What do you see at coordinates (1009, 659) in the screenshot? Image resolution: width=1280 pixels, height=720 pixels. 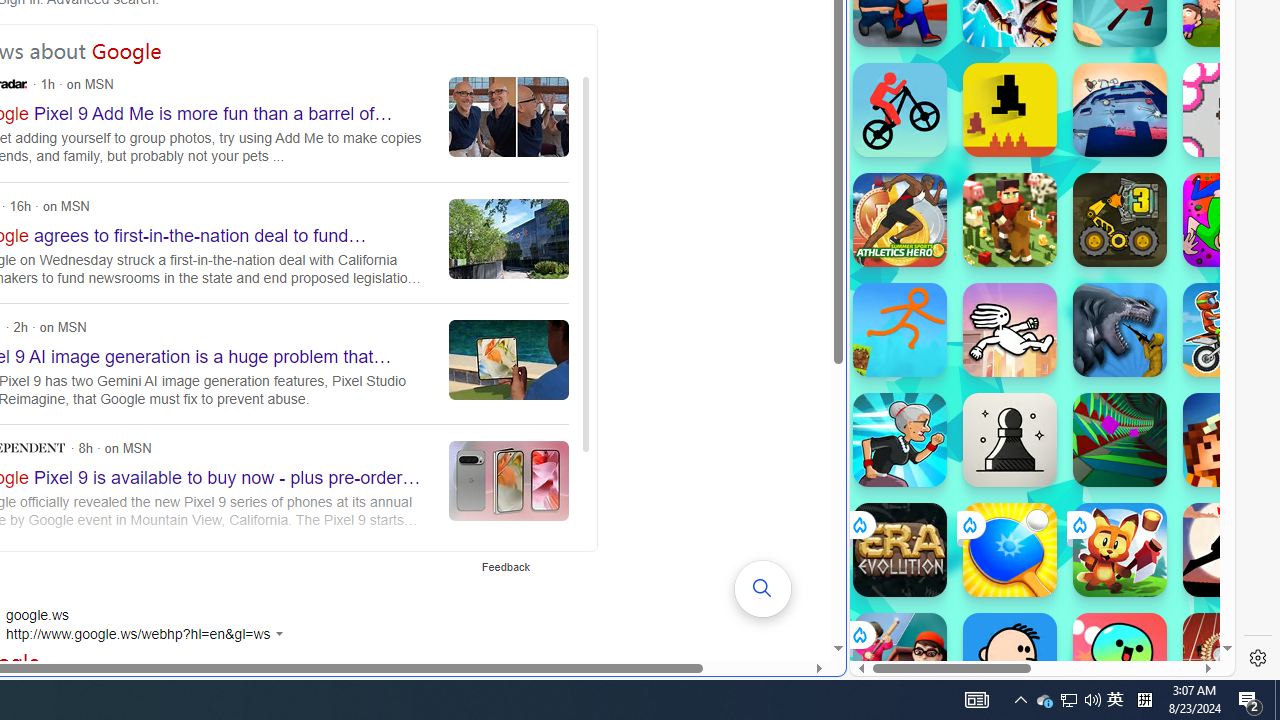 I see `'Poor Eddie'` at bounding box center [1009, 659].